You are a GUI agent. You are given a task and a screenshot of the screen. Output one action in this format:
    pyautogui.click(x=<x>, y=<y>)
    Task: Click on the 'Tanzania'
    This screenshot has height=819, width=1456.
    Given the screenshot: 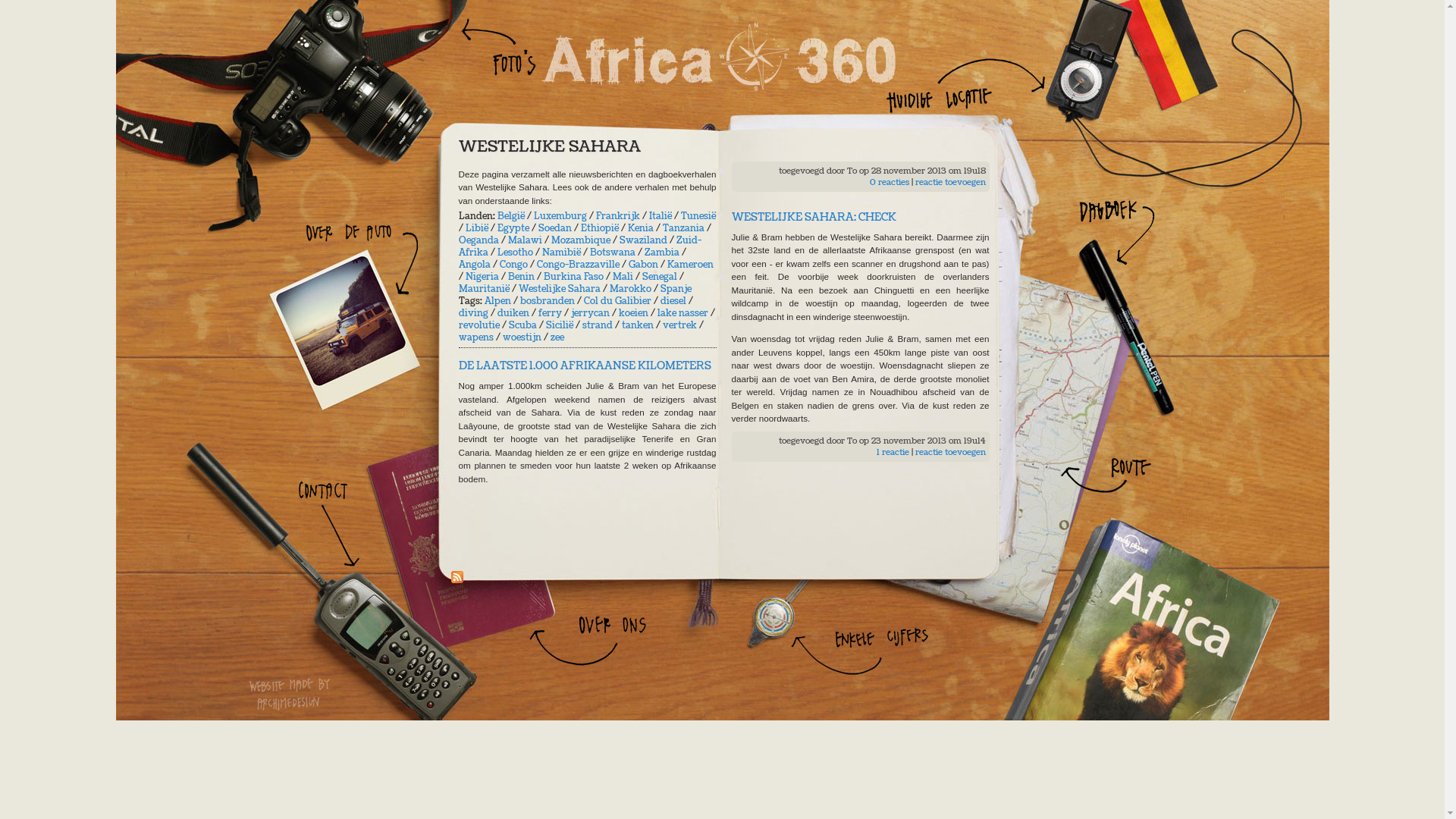 What is the action you would take?
    pyautogui.click(x=682, y=227)
    